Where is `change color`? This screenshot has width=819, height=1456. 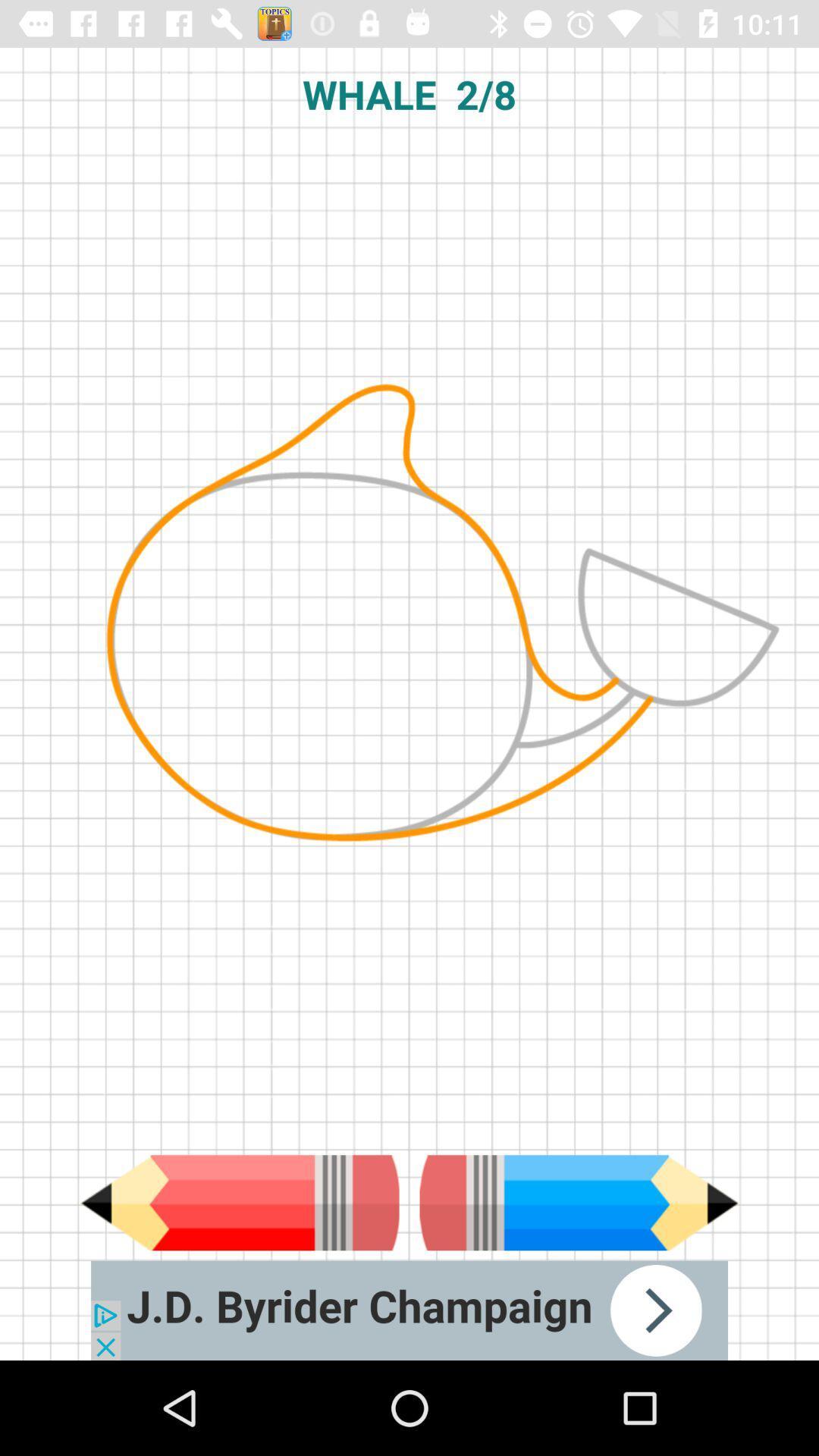 change color is located at coordinates (579, 1202).